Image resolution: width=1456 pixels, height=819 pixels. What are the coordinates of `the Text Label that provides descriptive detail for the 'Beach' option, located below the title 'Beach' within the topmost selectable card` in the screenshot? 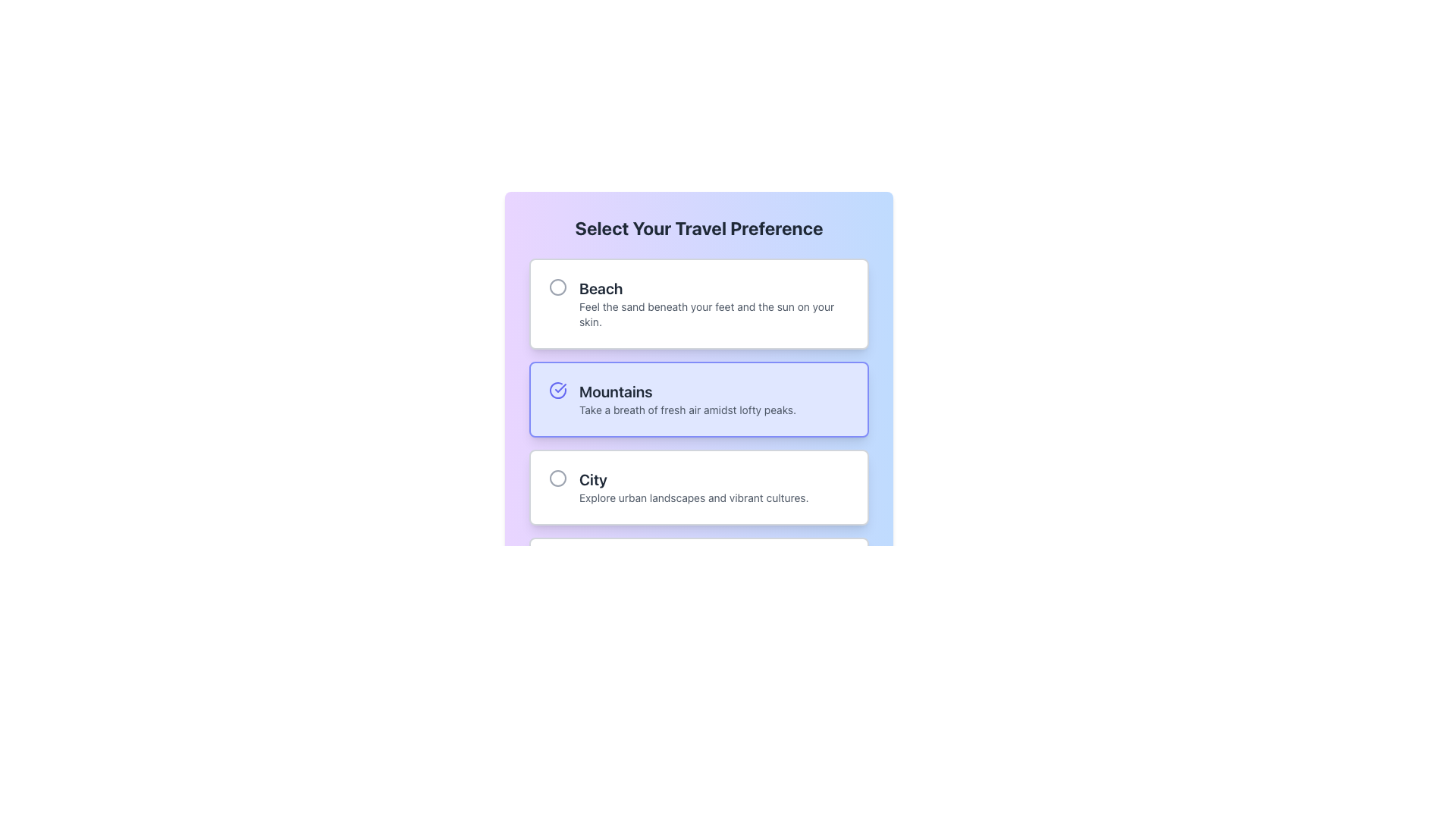 It's located at (713, 314).